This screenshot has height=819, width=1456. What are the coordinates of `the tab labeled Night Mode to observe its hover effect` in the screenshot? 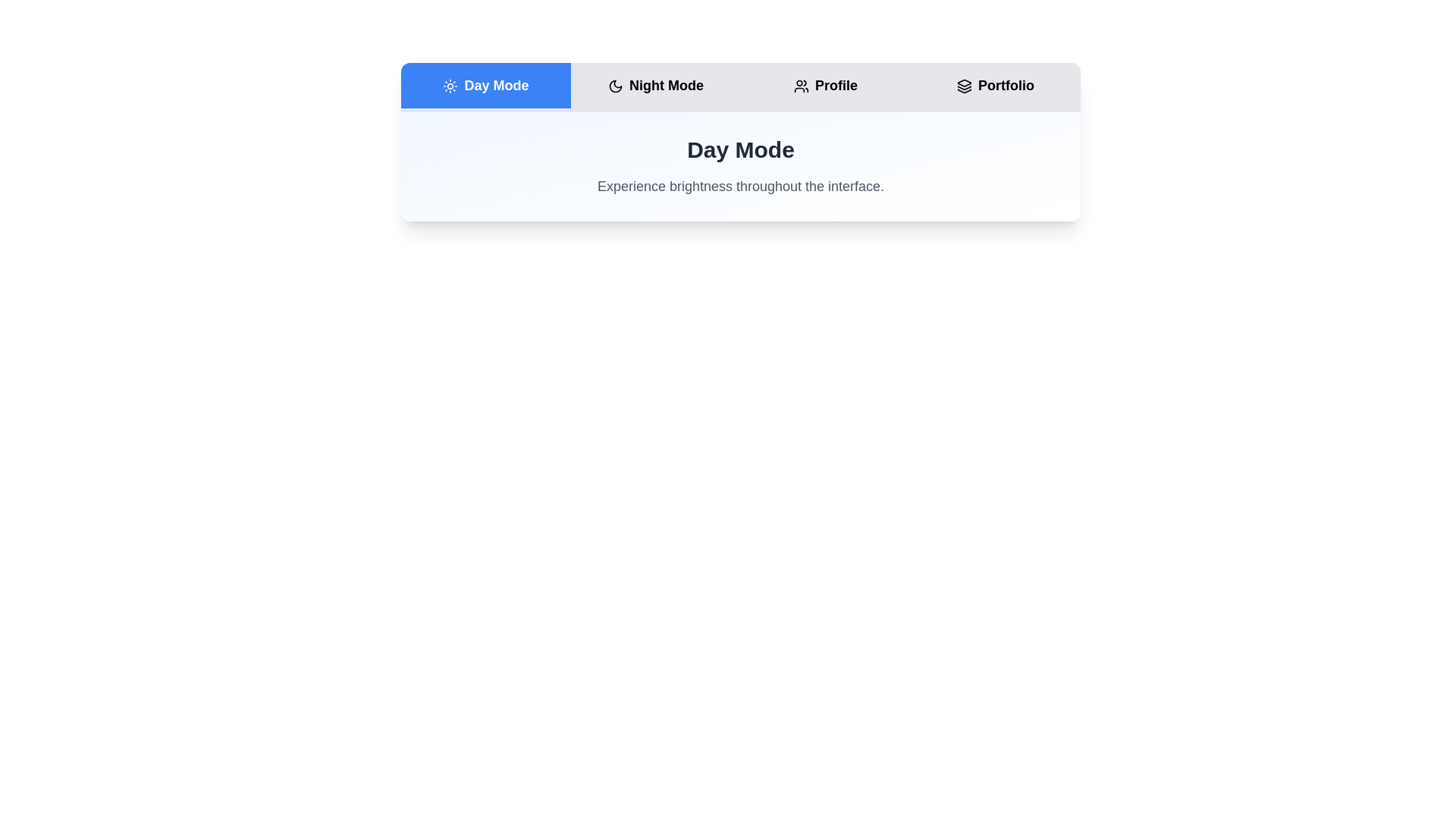 It's located at (655, 85).